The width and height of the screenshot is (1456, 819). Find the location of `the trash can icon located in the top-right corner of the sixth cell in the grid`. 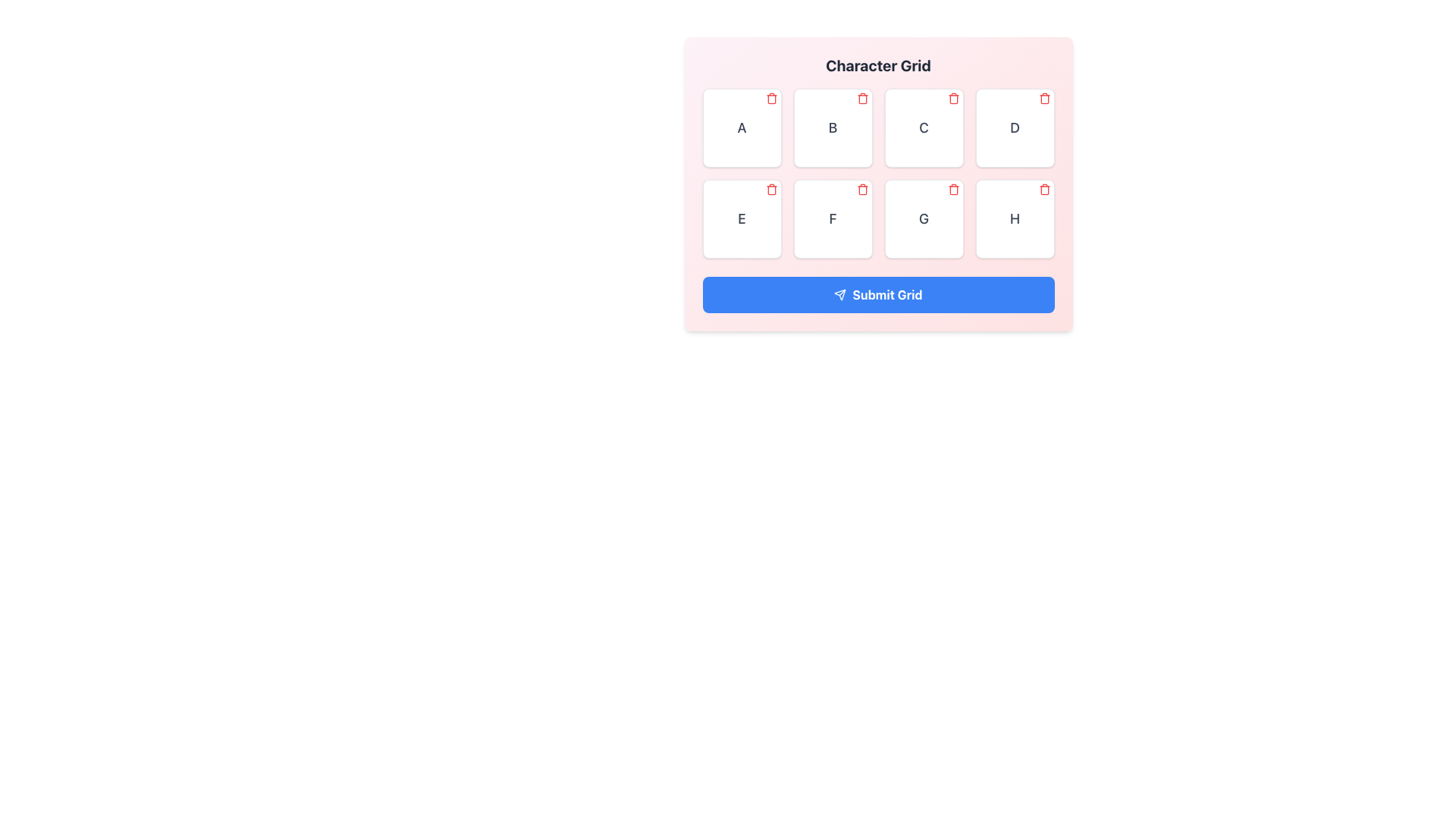

the trash can icon located in the top-right corner of the sixth cell in the grid is located at coordinates (862, 189).